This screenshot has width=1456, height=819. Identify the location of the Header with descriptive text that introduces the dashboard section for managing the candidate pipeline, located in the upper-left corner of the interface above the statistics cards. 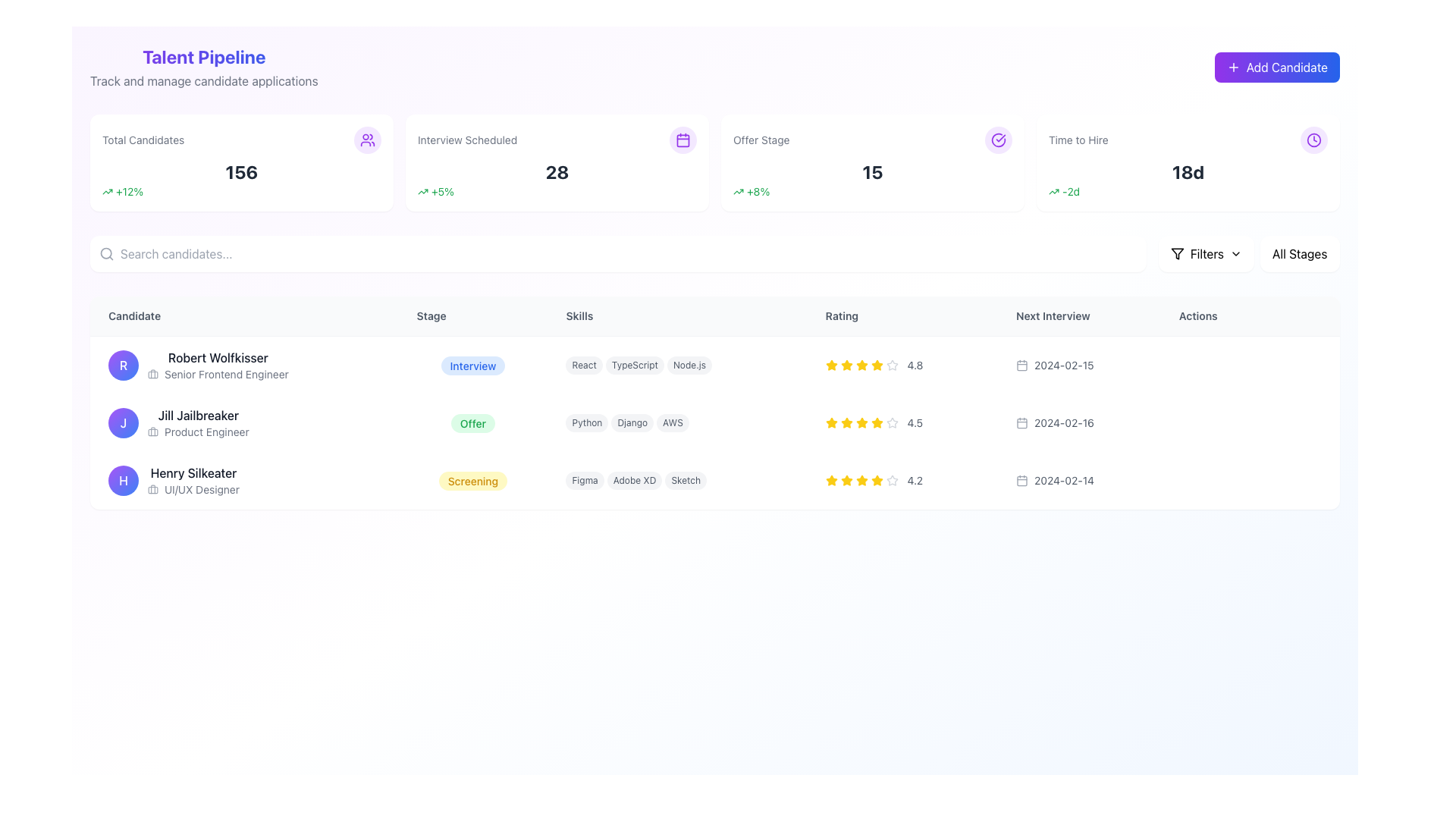
(203, 66).